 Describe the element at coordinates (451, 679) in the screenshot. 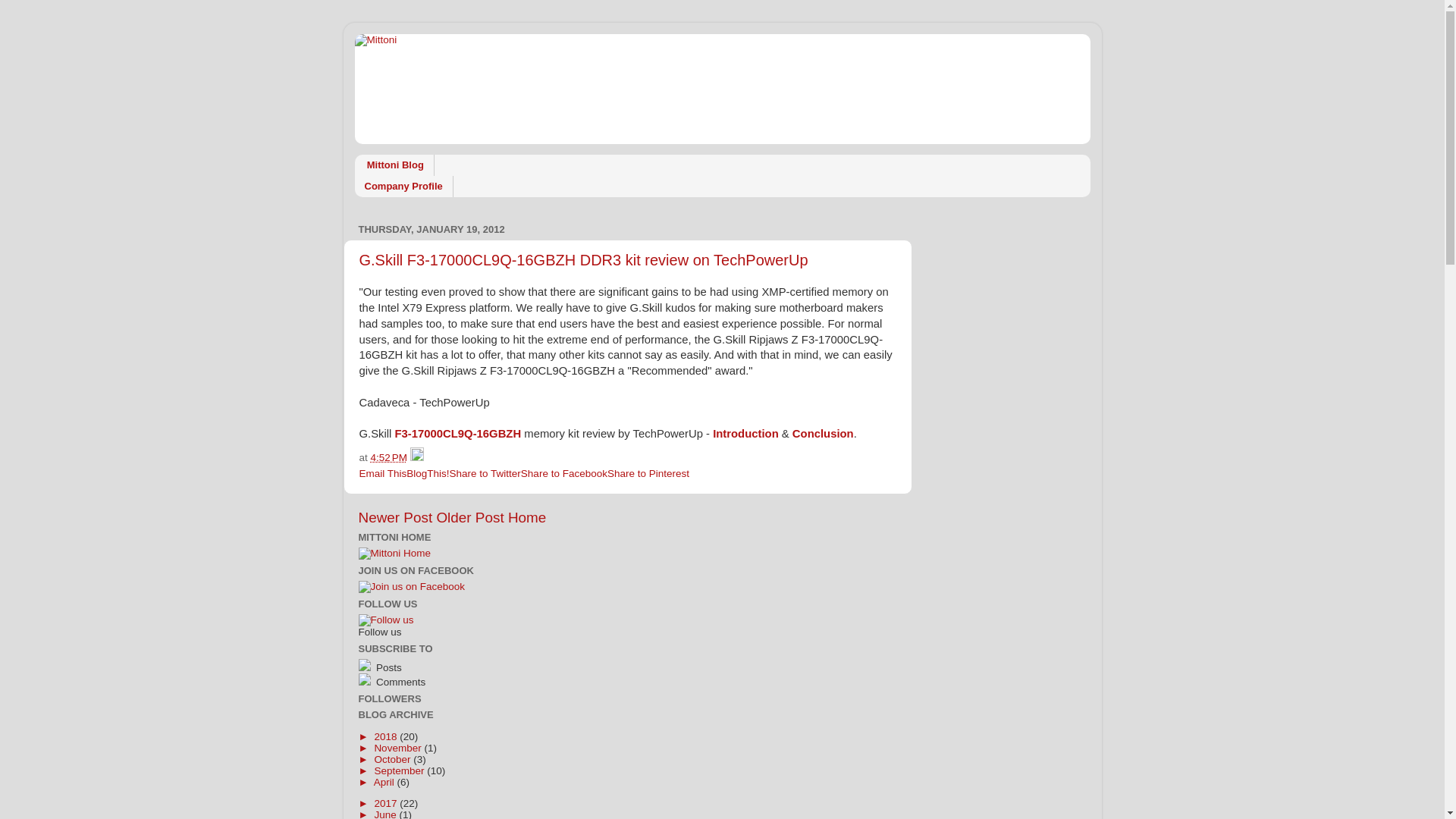

I see `'Comments'` at that location.